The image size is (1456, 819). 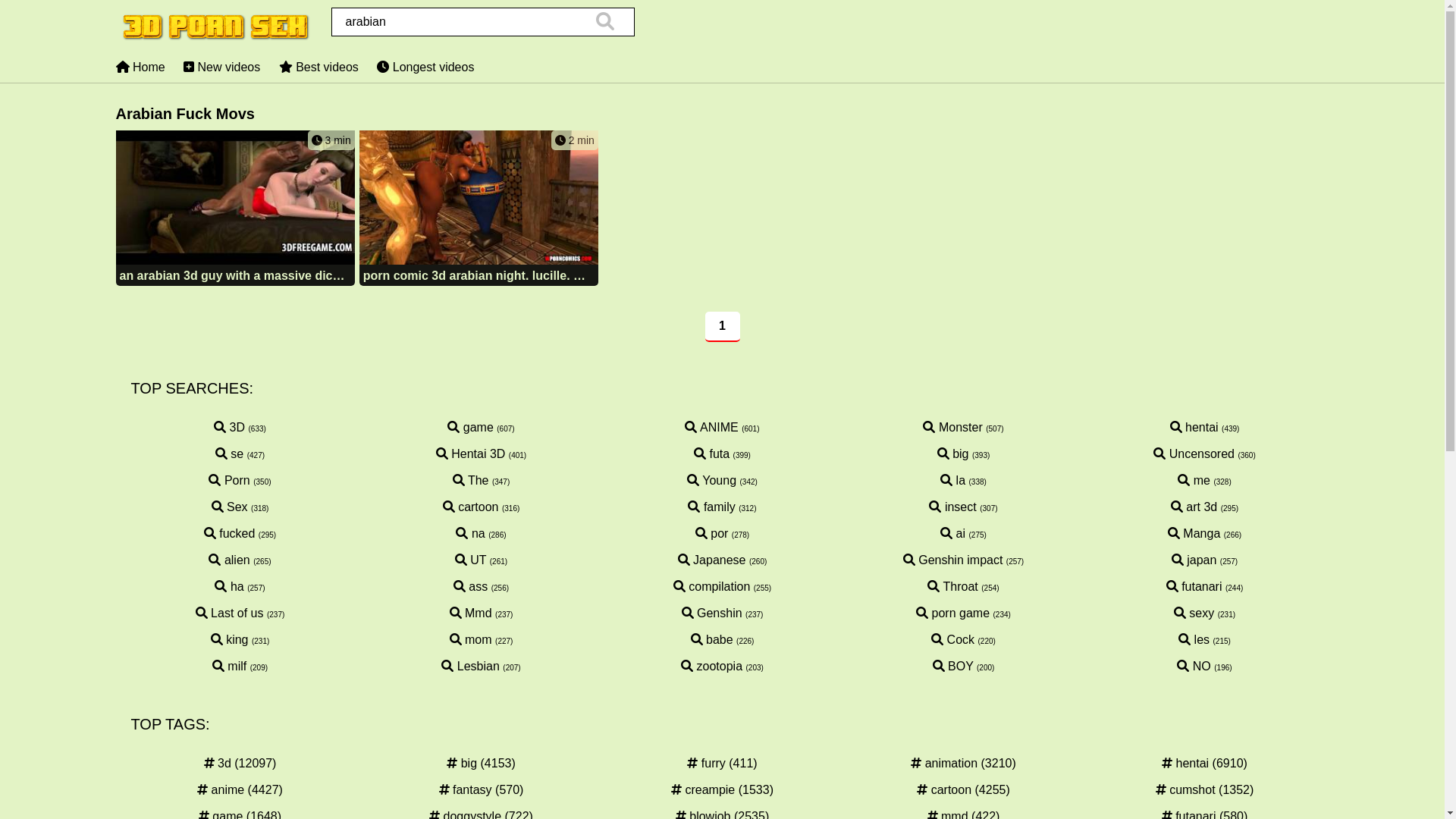 What do you see at coordinates (927, 585) in the screenshot?
I see `'Throat'` at bounding box center [927, 585].